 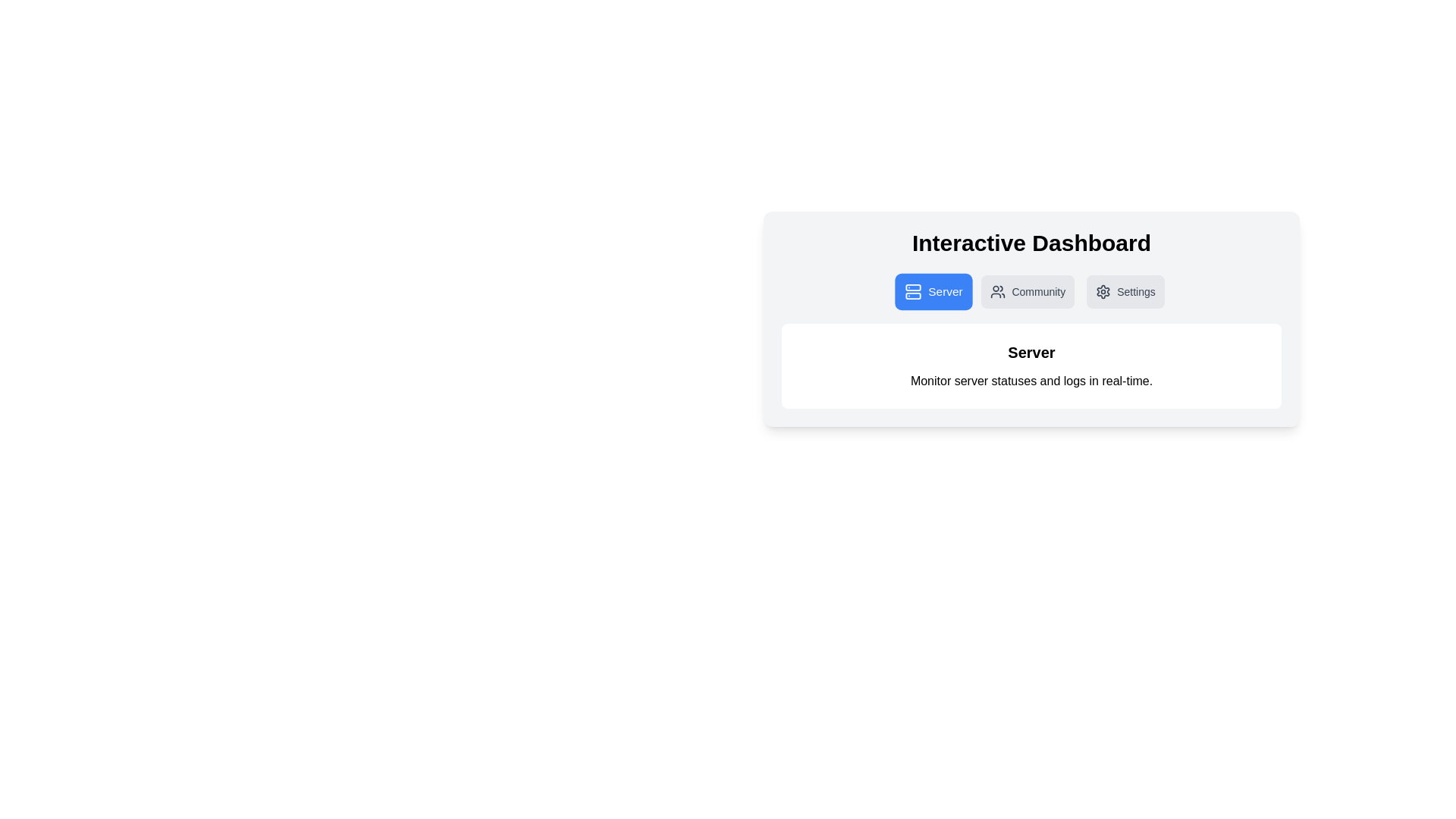 What do you see at coordinates (1028, 292) in the screenshot?
I see `the Community tab to switch the displayed content` at bounding box center [1028, 292].